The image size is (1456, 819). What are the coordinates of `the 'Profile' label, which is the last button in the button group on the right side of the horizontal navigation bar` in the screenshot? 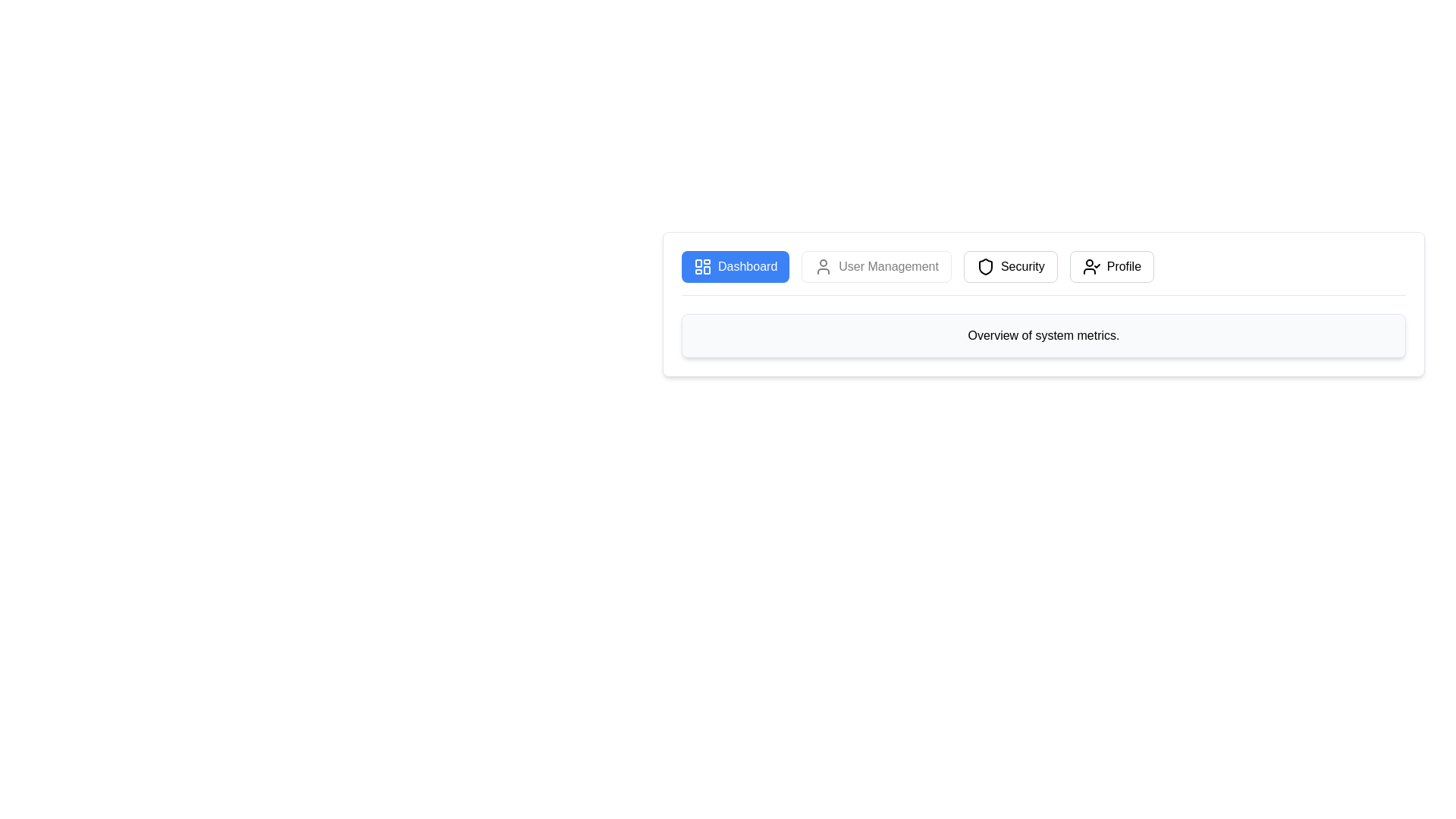 It's located at (1124, 265).